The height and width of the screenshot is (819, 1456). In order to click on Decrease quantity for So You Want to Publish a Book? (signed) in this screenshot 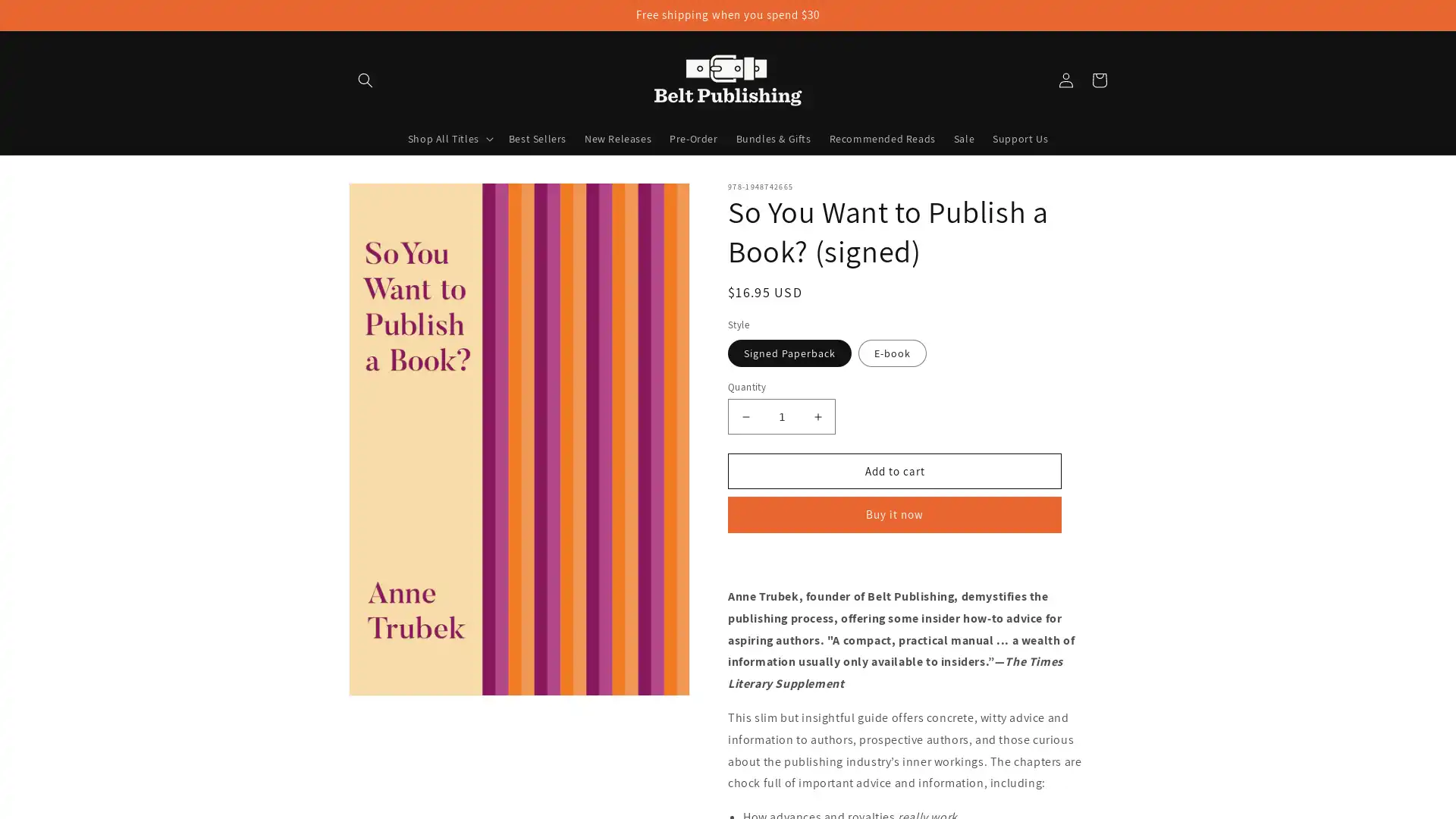, I will do `click(745, 416)`.